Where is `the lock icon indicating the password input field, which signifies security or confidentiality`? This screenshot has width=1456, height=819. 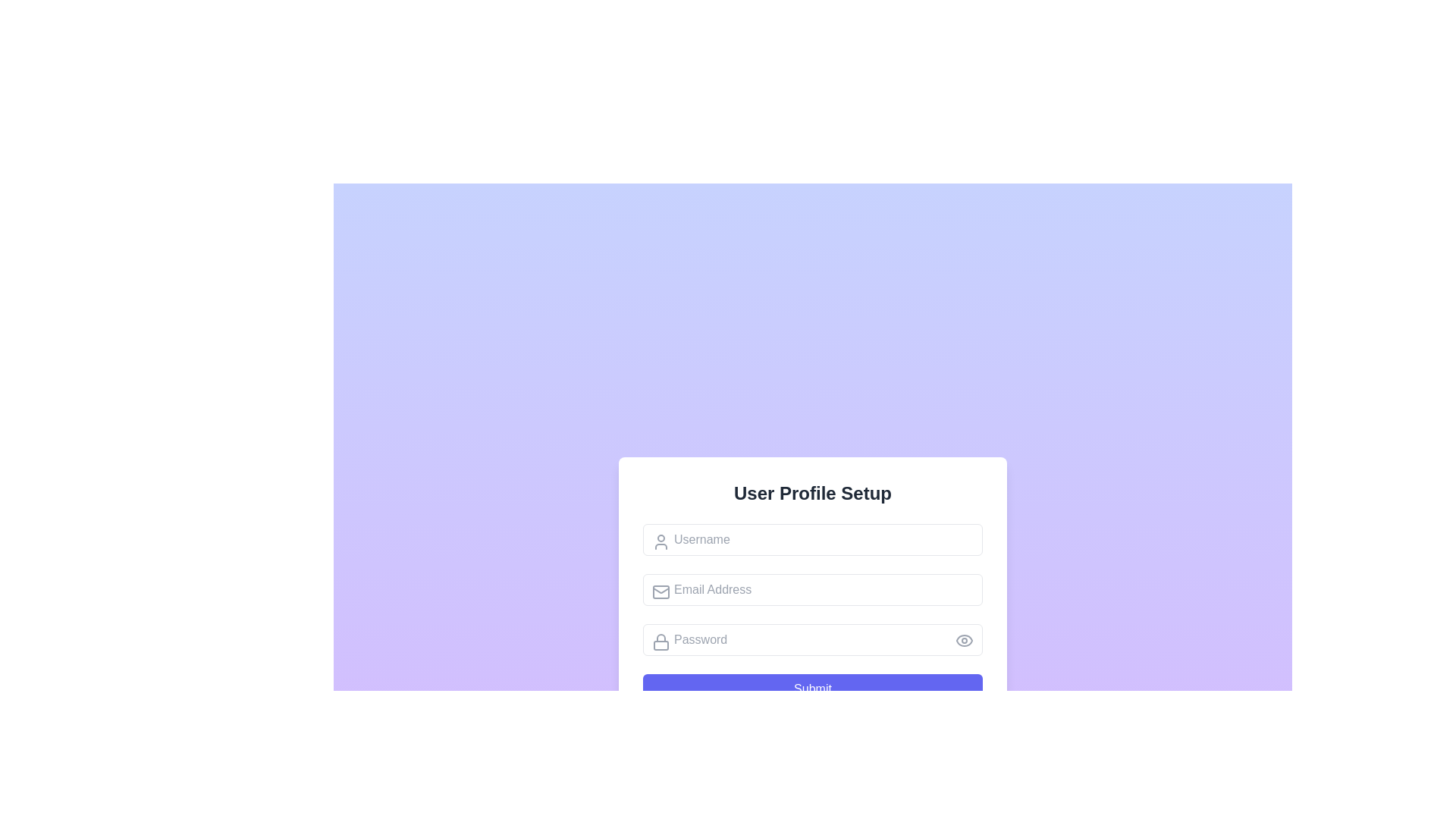
the lock icon indicating the password input field, which signifies security or confidentiality is located at coordinates (661, 642).